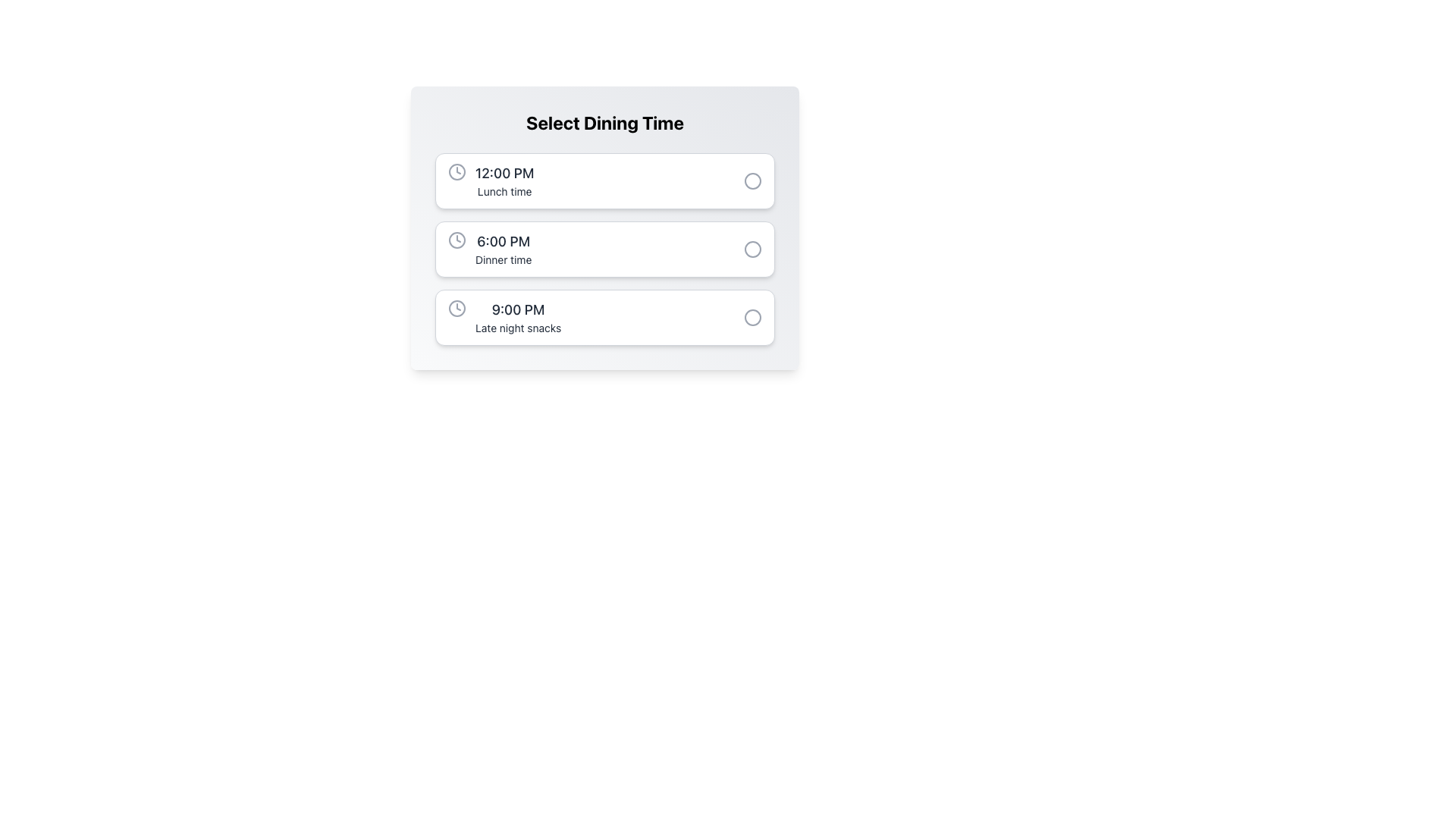 The height and width of the screenshot is (819, 1456). I want to click on the '6:00 PM' Text Label that indicates the dinner time option, which is positioned in the second row of a vertically stacked list, aligned to the left, below '12:00 PM' and above '9:00 PM', so click(504, 241).